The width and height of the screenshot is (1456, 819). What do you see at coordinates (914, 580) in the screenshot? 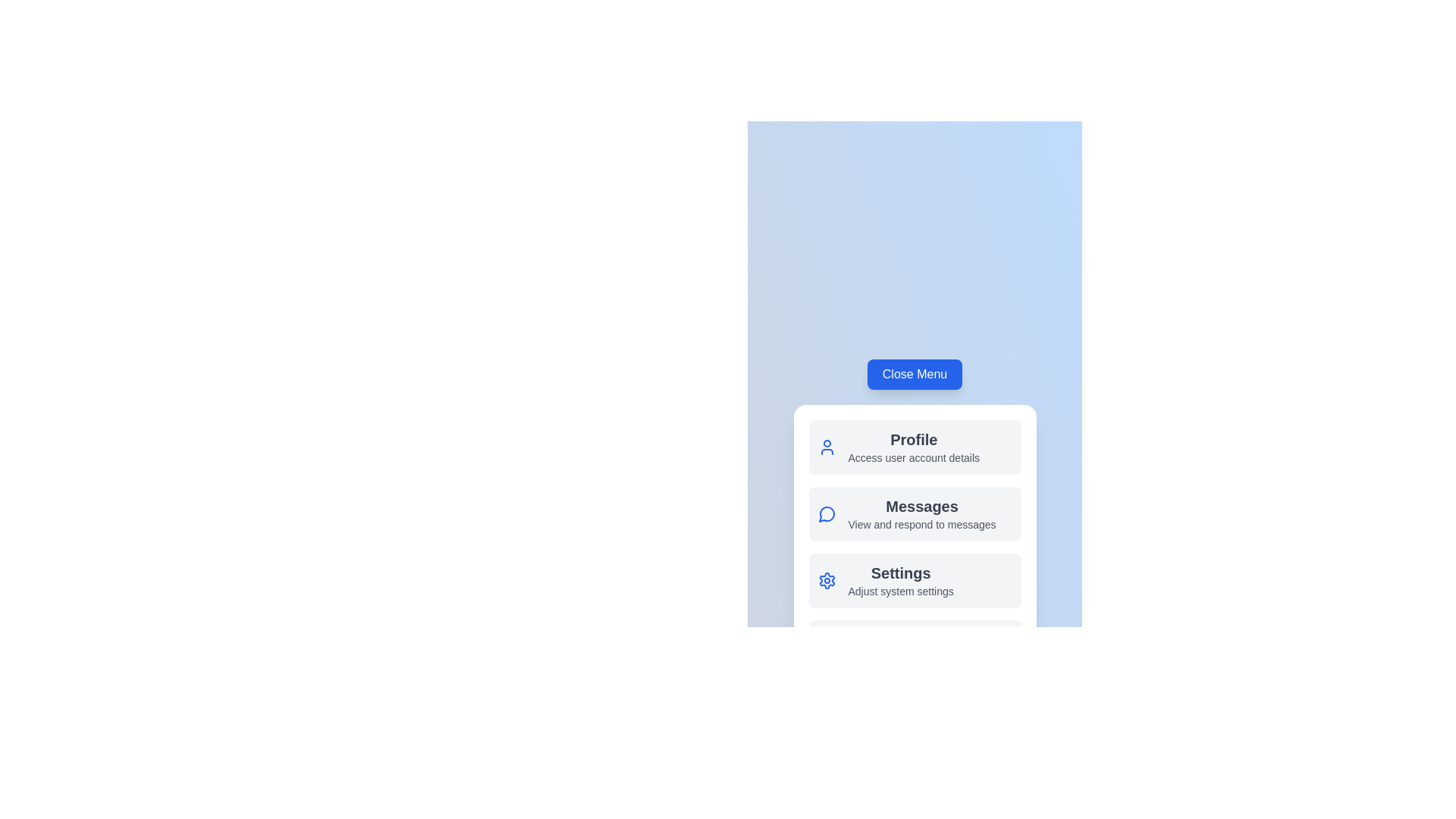
I see `the 'Settings' menu item to access the system settings` at bounding box center [914, 580].